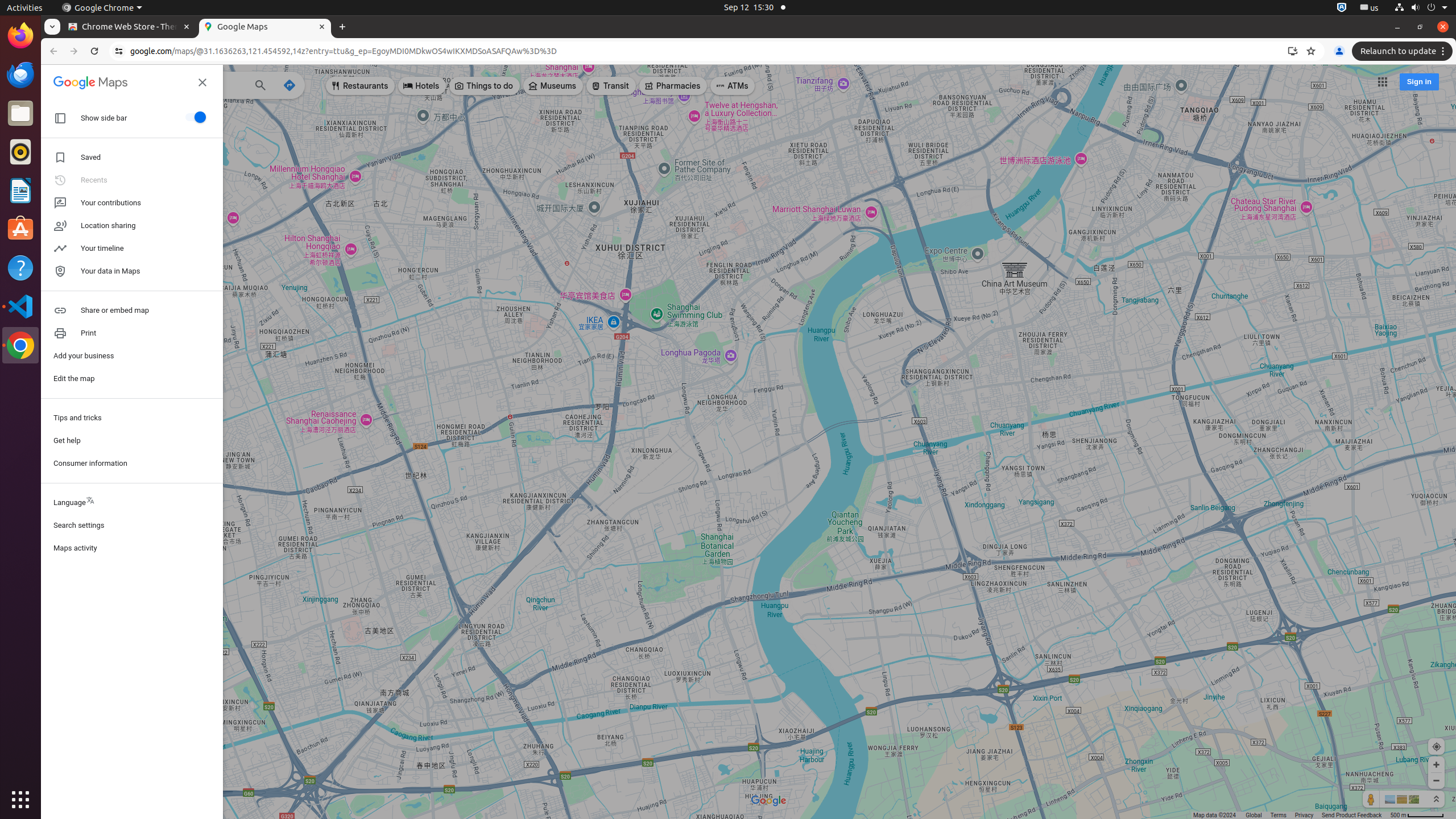 The image size is (1456, 819). What do you see at coordinates (131, 248) in the screenshot?
I see `'Your timeline'` at bounding box center [131, 248].